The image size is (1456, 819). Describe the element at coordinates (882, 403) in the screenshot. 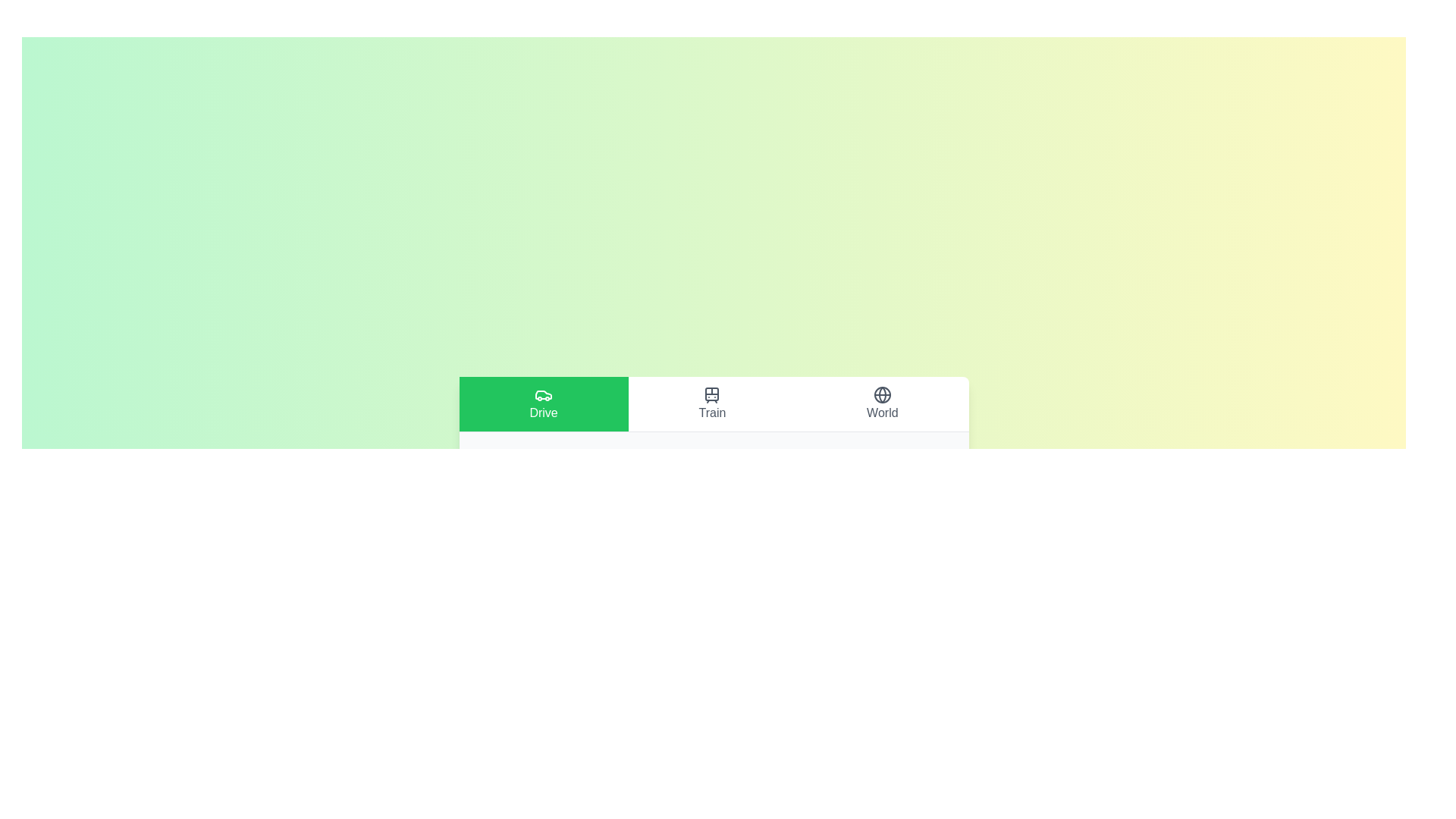

I see `the World tab by clicking on its area` at that location.